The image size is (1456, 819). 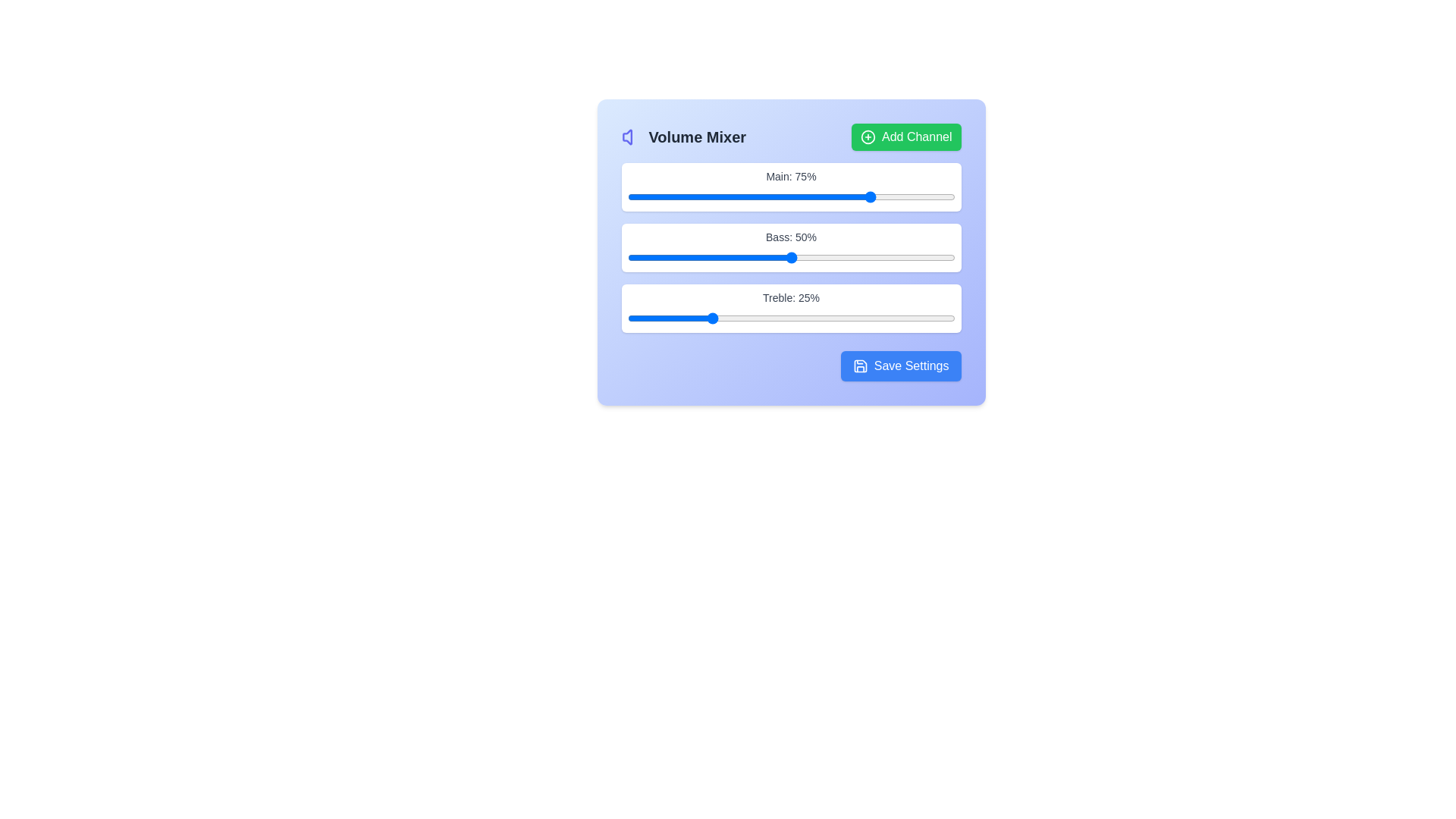 What do you see at coordinates (883, 256) in the screenshot?
I see `bass level` at bounding box center [883, 256].